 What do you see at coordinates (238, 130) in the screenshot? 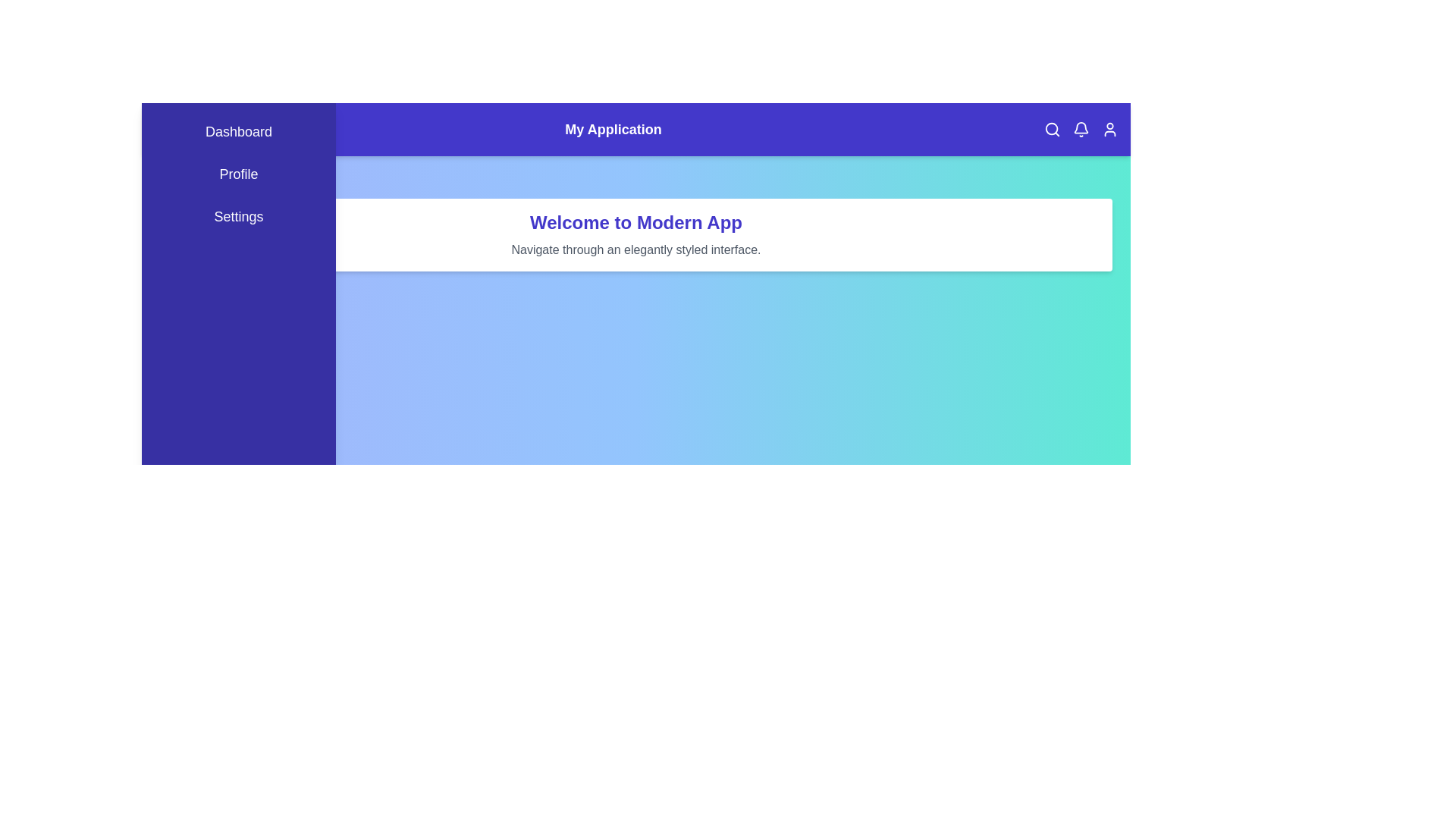
I see `the menu item to navigate to Dashboard` at bounding box center [238, 130].